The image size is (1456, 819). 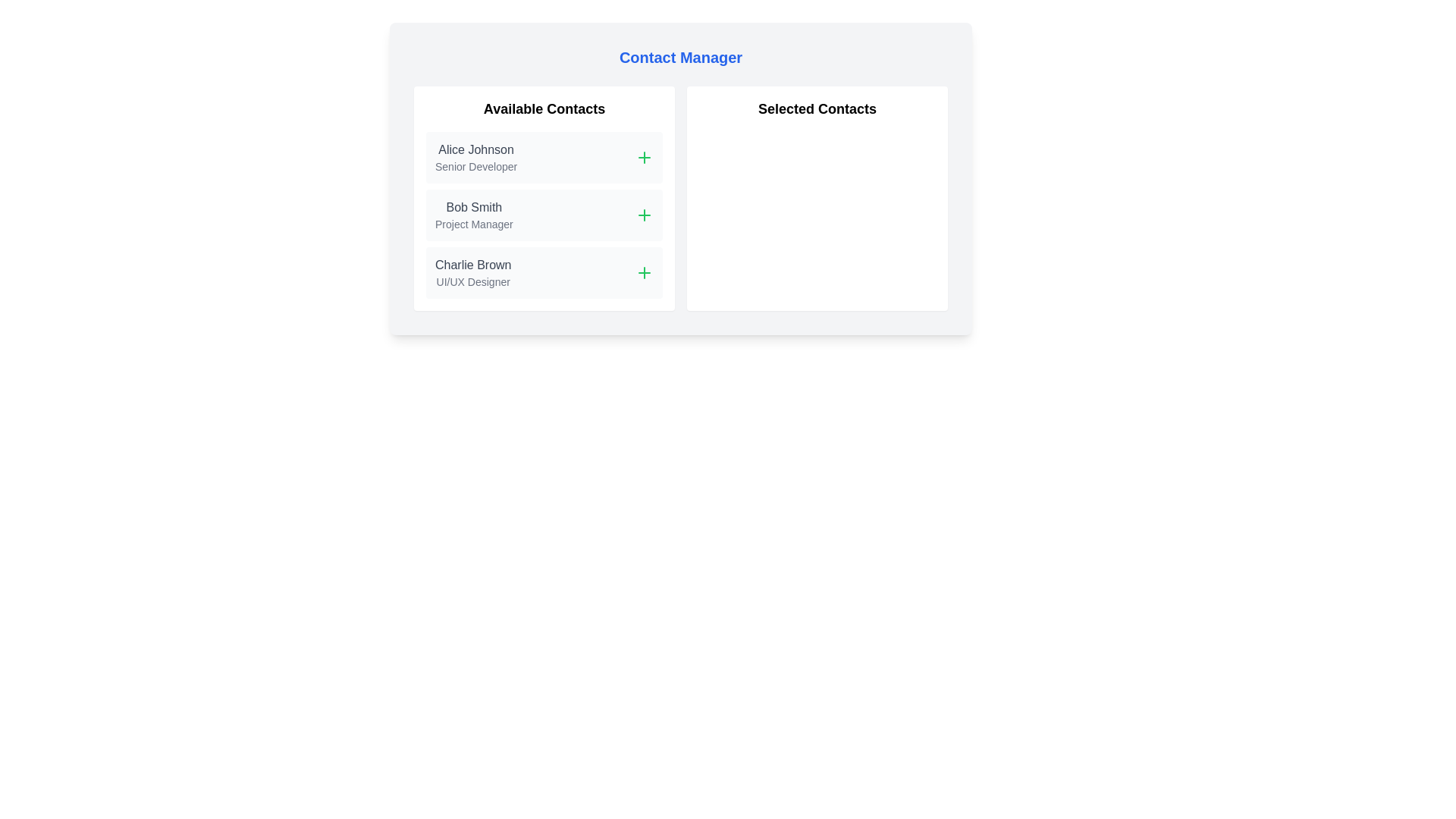 I want to click on the text label that provides additional information about 'Bob Smith', indicating their role as 'Project Manager', located in the 'Available Contacts' section, so click(x=473, y=224).